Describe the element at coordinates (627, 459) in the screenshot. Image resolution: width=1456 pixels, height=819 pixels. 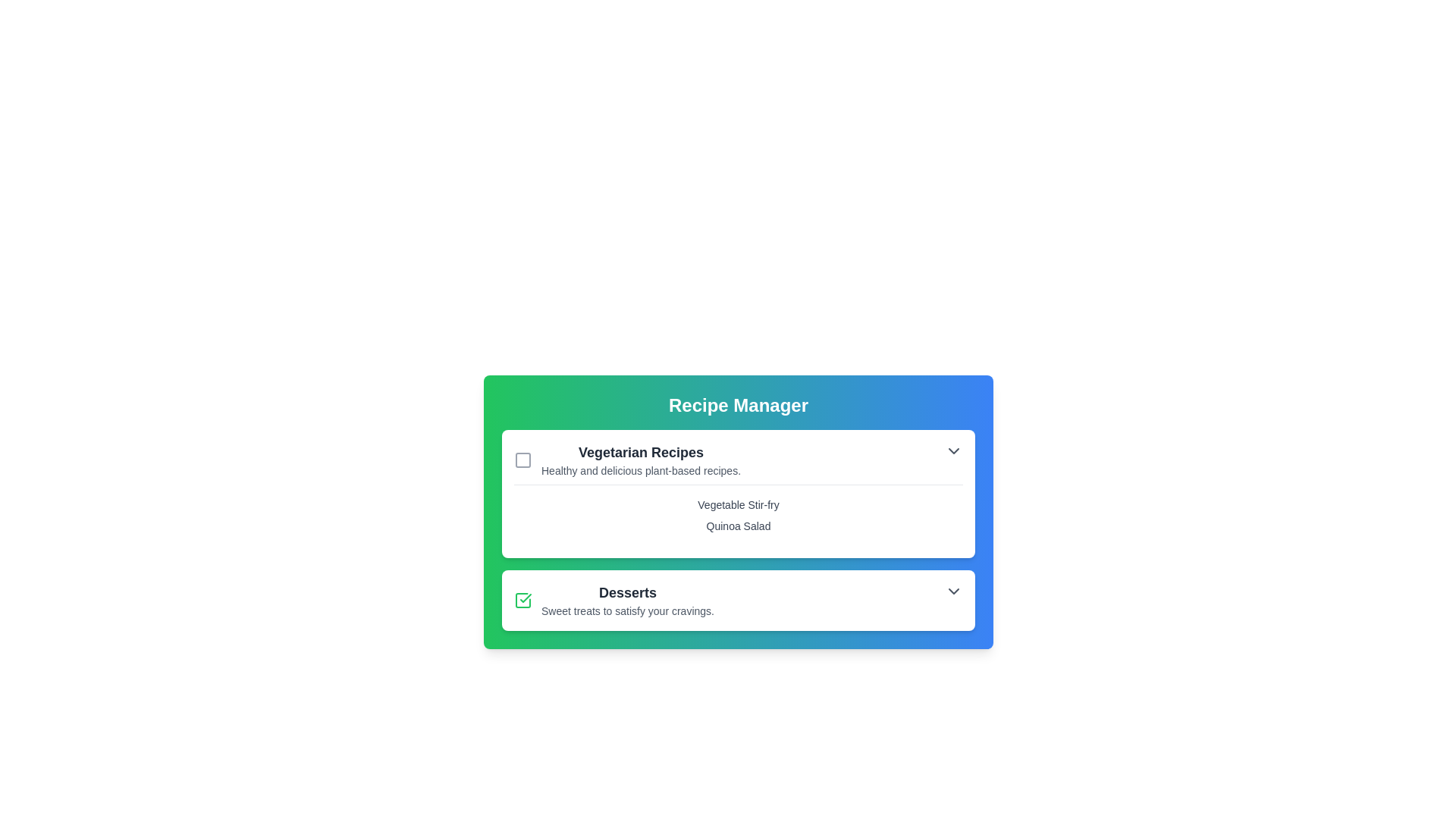
I see `the 'Vegetarian Recipes' label and description pair located at the top area of the 'Recipe Manager' content box, positioned to the left of a downward-facing arrow icon` at that location.